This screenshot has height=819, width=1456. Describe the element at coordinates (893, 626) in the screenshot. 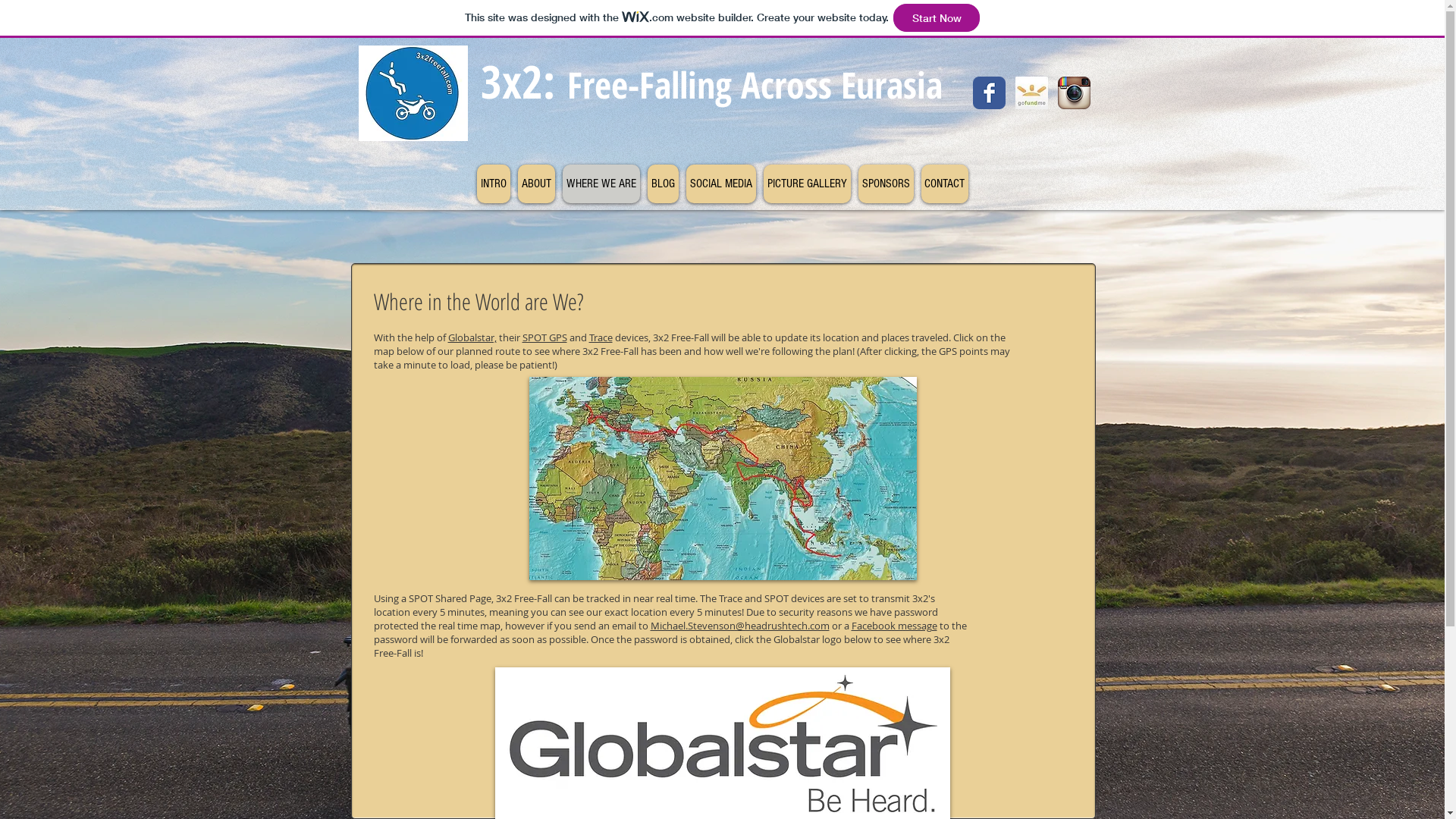

I see `'Facebook message'` at that location.